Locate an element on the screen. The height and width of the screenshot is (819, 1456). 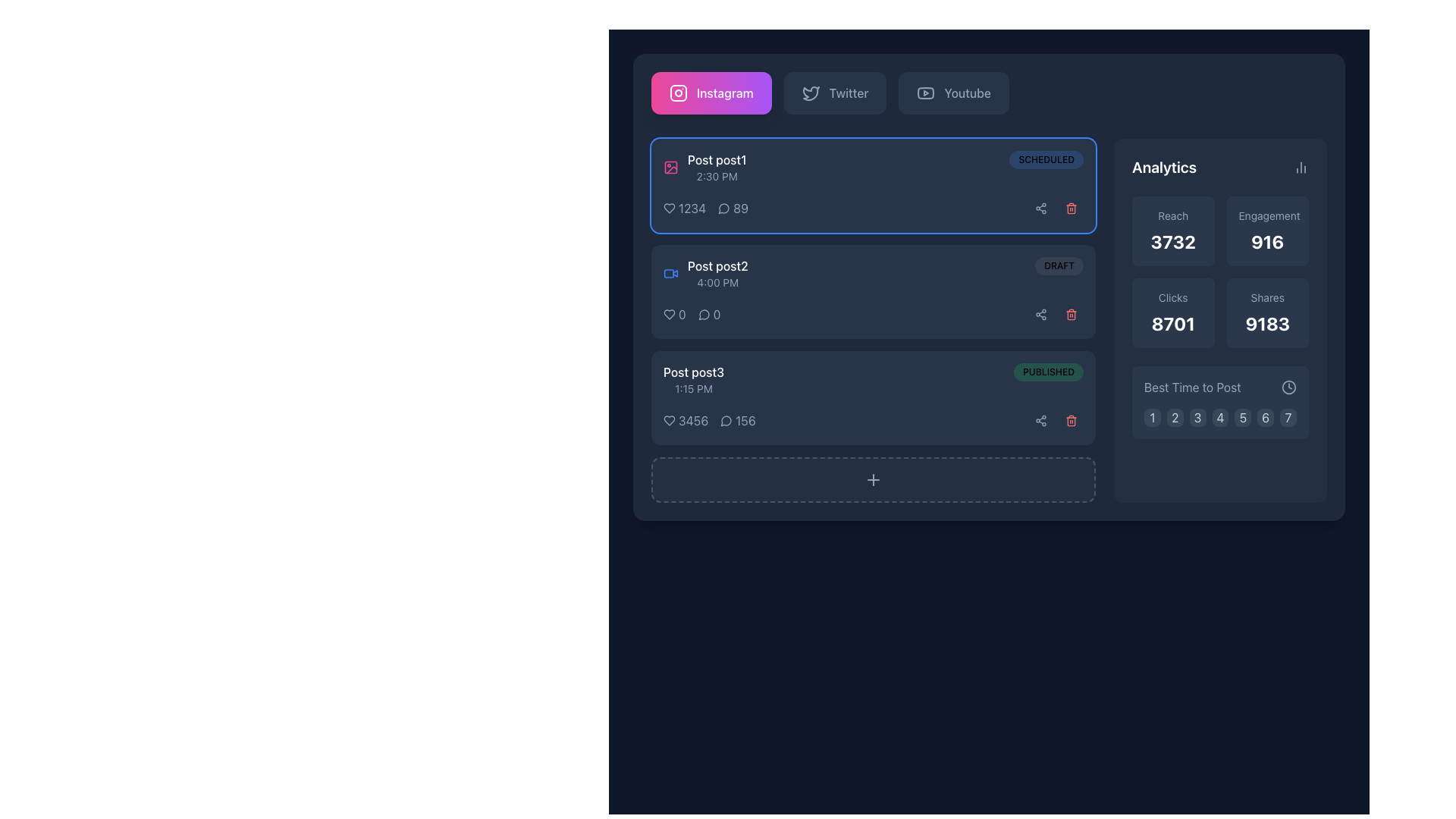
the selection button for the number '3' in the 'Best Time to Post' section is located at coordinates (1197, 418).